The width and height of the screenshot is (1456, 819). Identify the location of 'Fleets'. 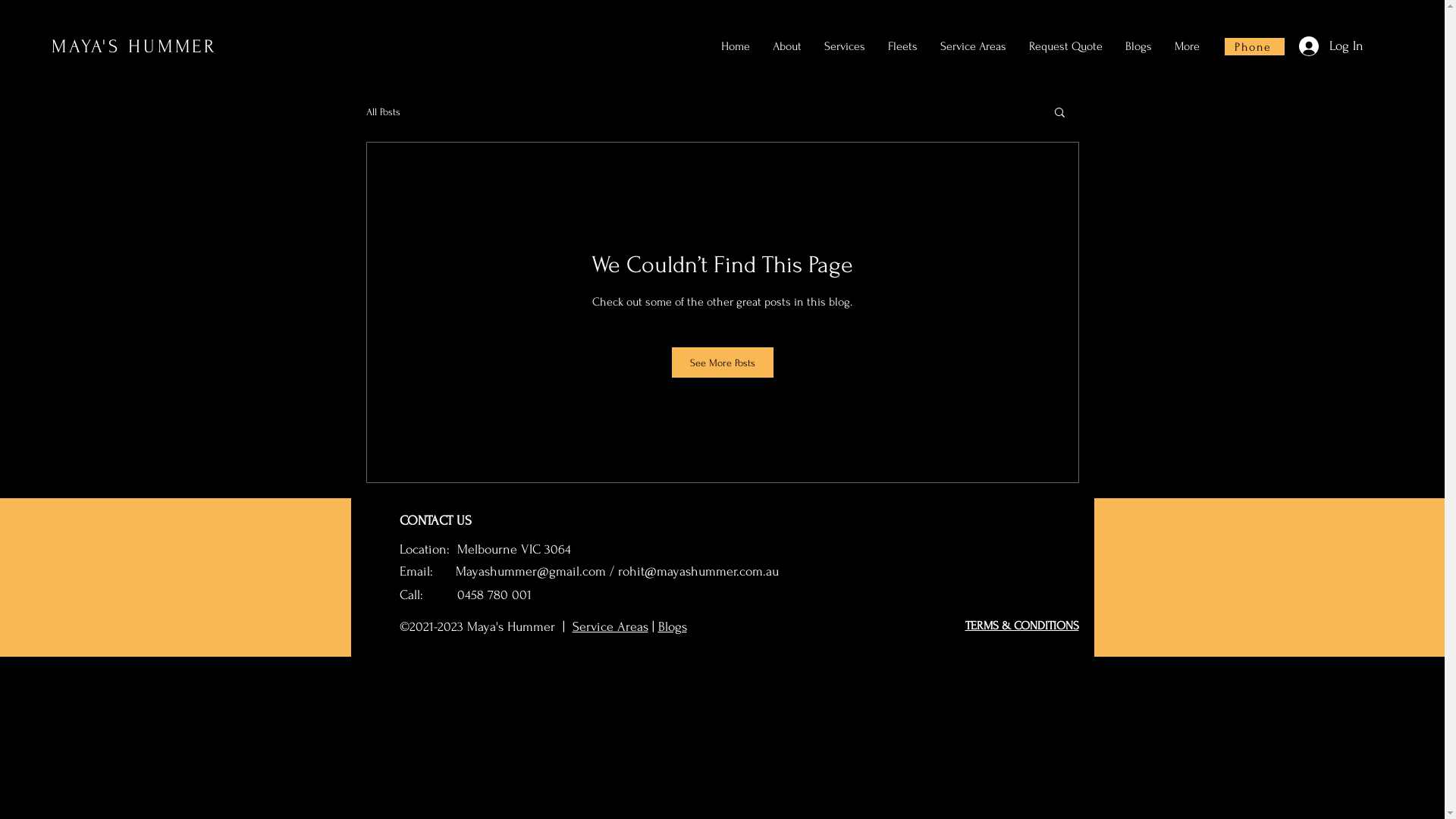
(902, 45).